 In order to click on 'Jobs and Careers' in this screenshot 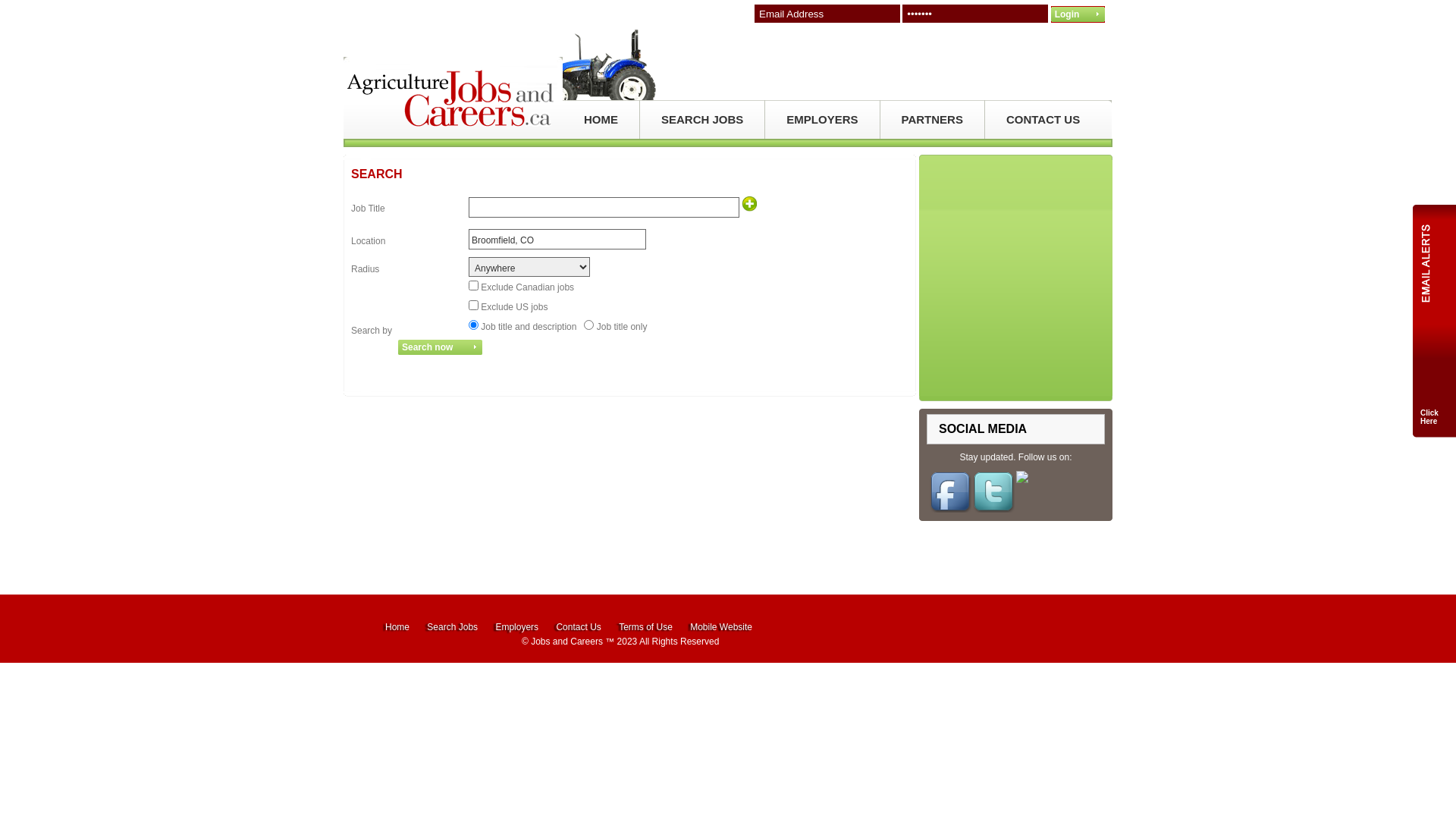, I will do `click(566, 641)`.